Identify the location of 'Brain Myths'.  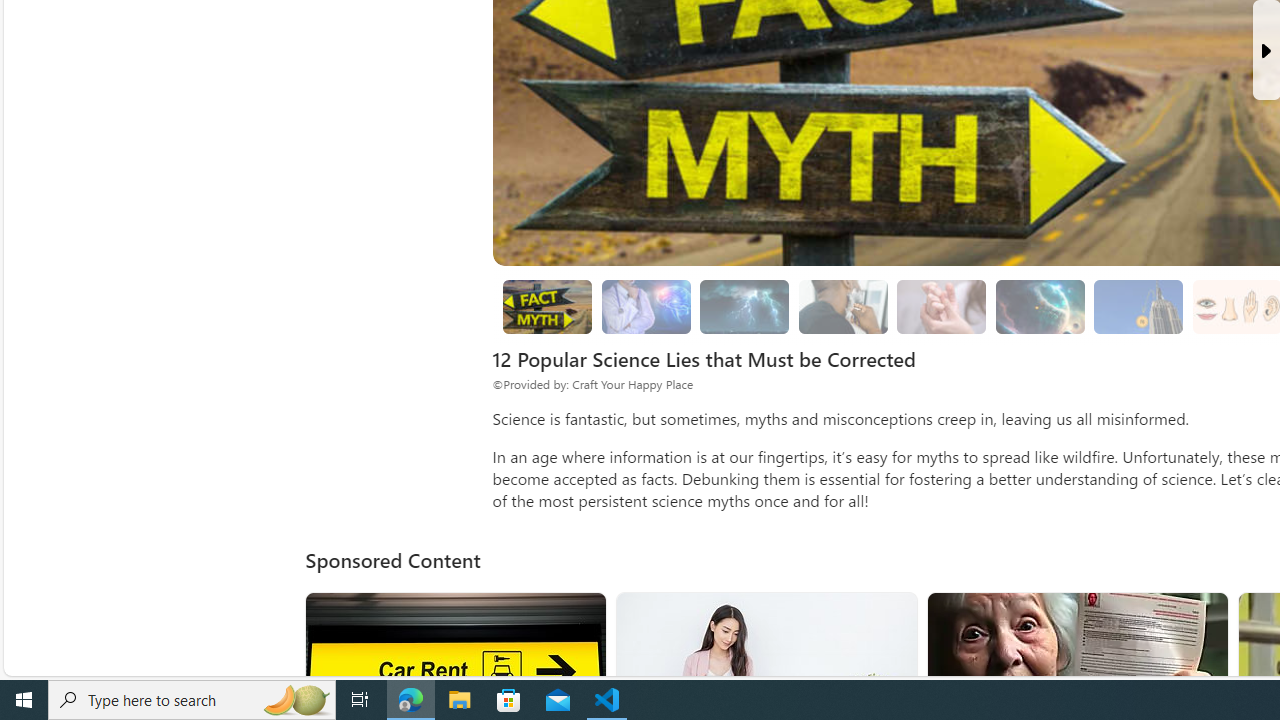
(646, 307).